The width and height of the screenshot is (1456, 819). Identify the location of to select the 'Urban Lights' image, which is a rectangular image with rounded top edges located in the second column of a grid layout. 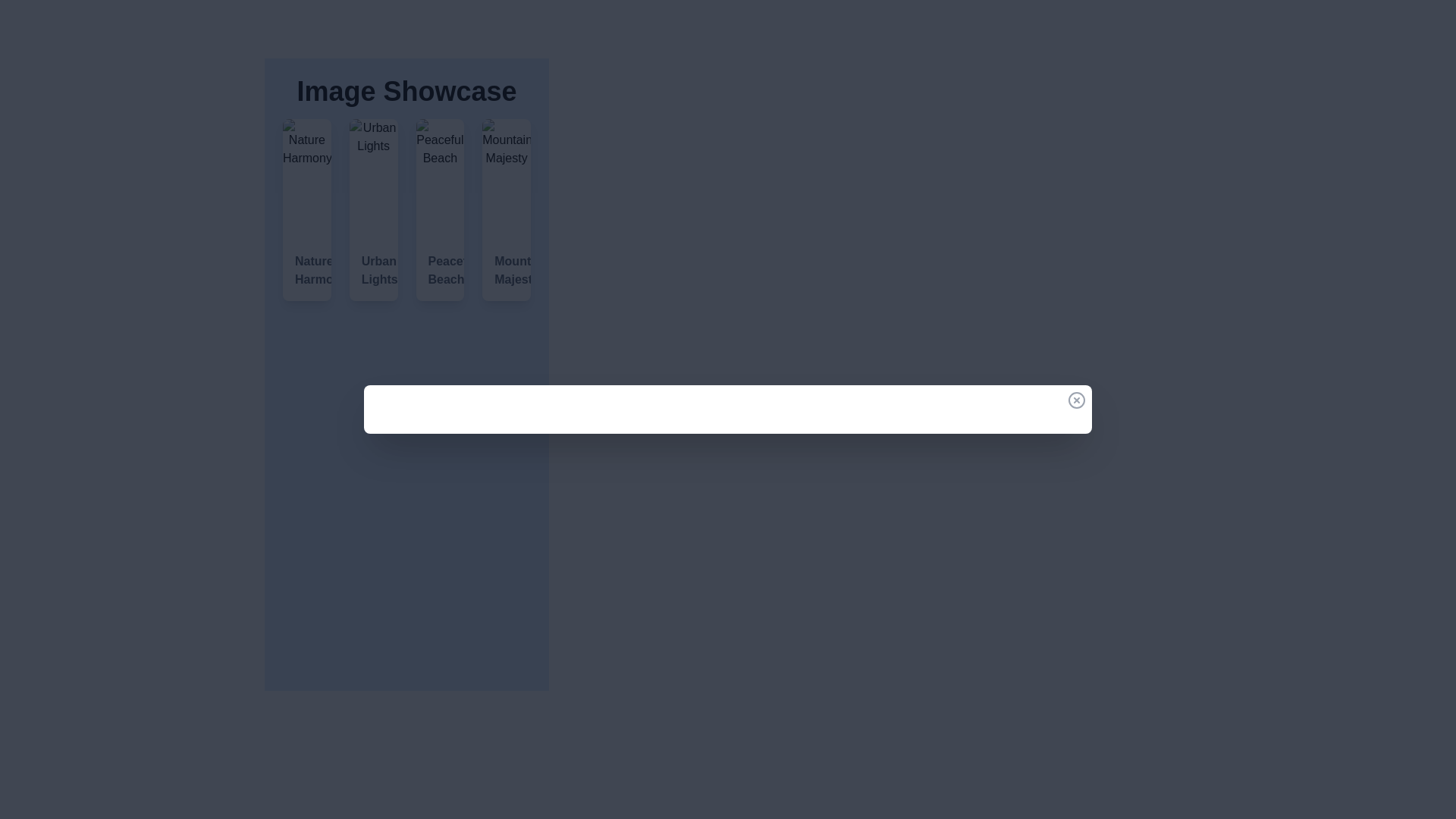
(373, 178).